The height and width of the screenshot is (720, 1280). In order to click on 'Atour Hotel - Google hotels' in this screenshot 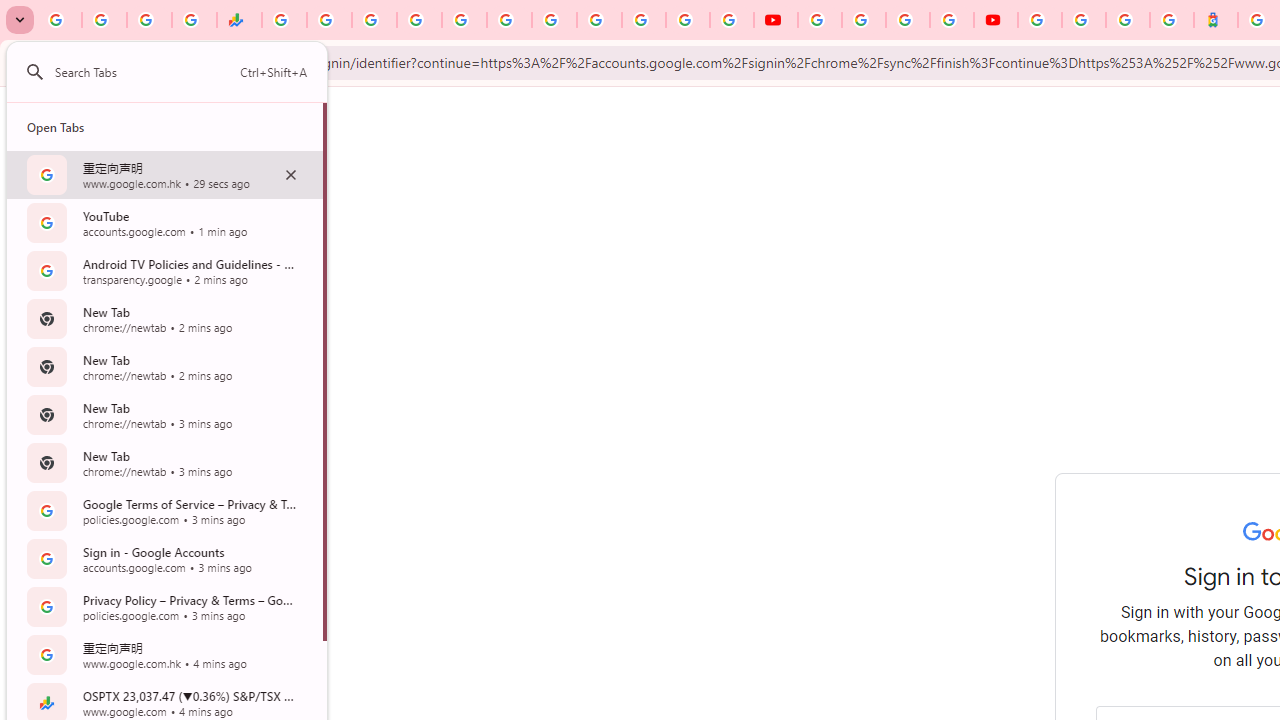, I will do `click(1215, 20)`.